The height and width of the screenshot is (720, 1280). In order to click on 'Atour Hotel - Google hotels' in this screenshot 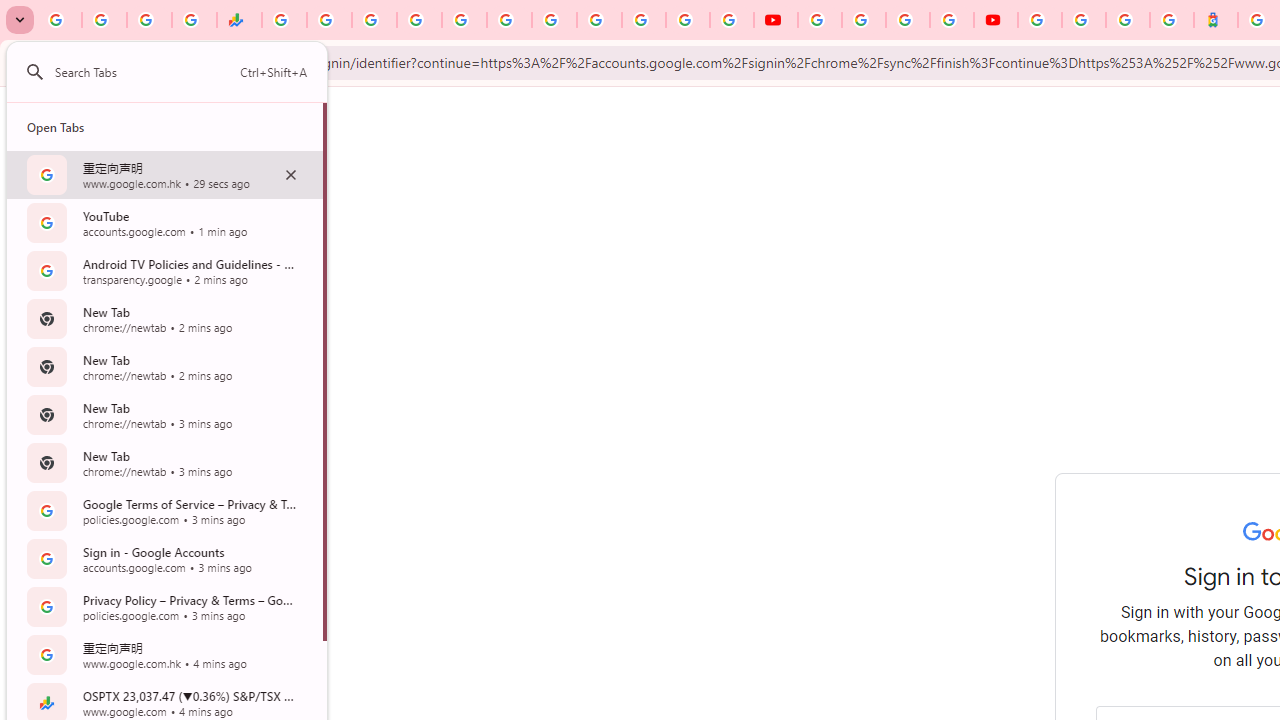, I will do `click(1215, 20)`.